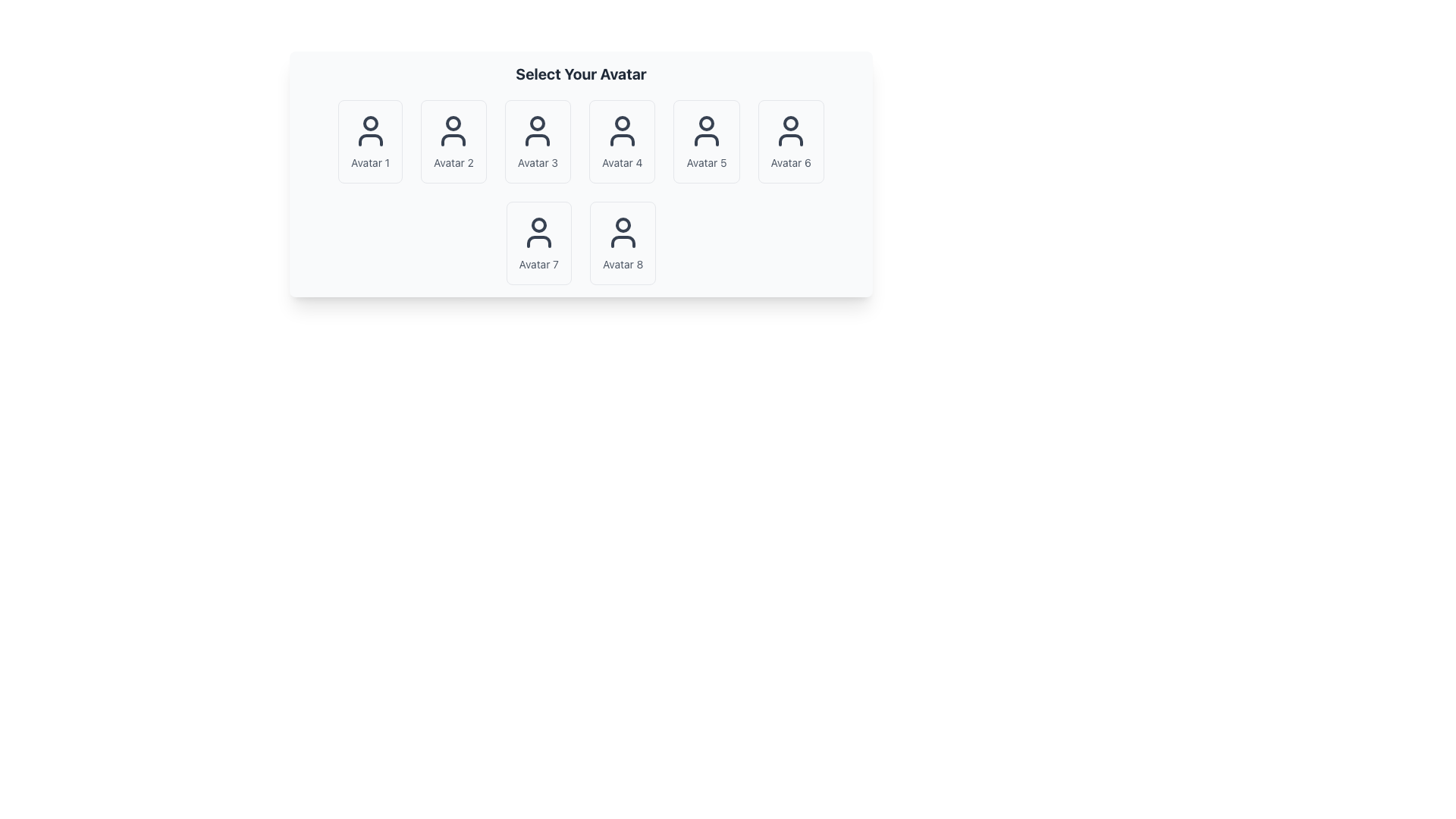 The height and width of the screenshot is (819, 1456). What do you see at coordinates (622, 130) in the screenshot?
I see `the user avatar icon that is styled in dark gray and located above the text label 'Avatar 4' in the avatar selection section` at bounding box center [622, 130].